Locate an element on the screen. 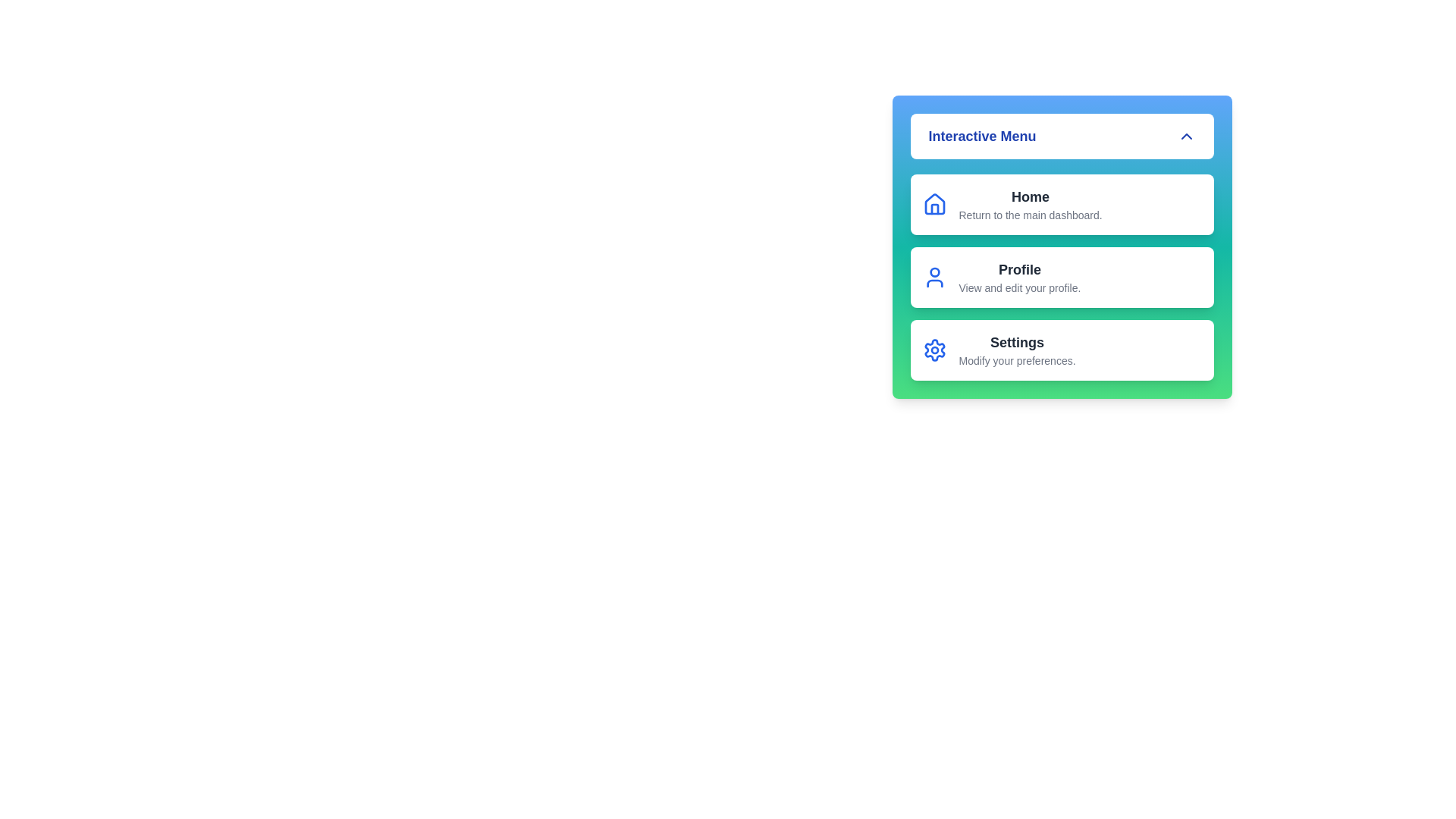  the top button labeled 'Interactive Menu' to toggle the menu visibility is located at coordinates (1061, 136).